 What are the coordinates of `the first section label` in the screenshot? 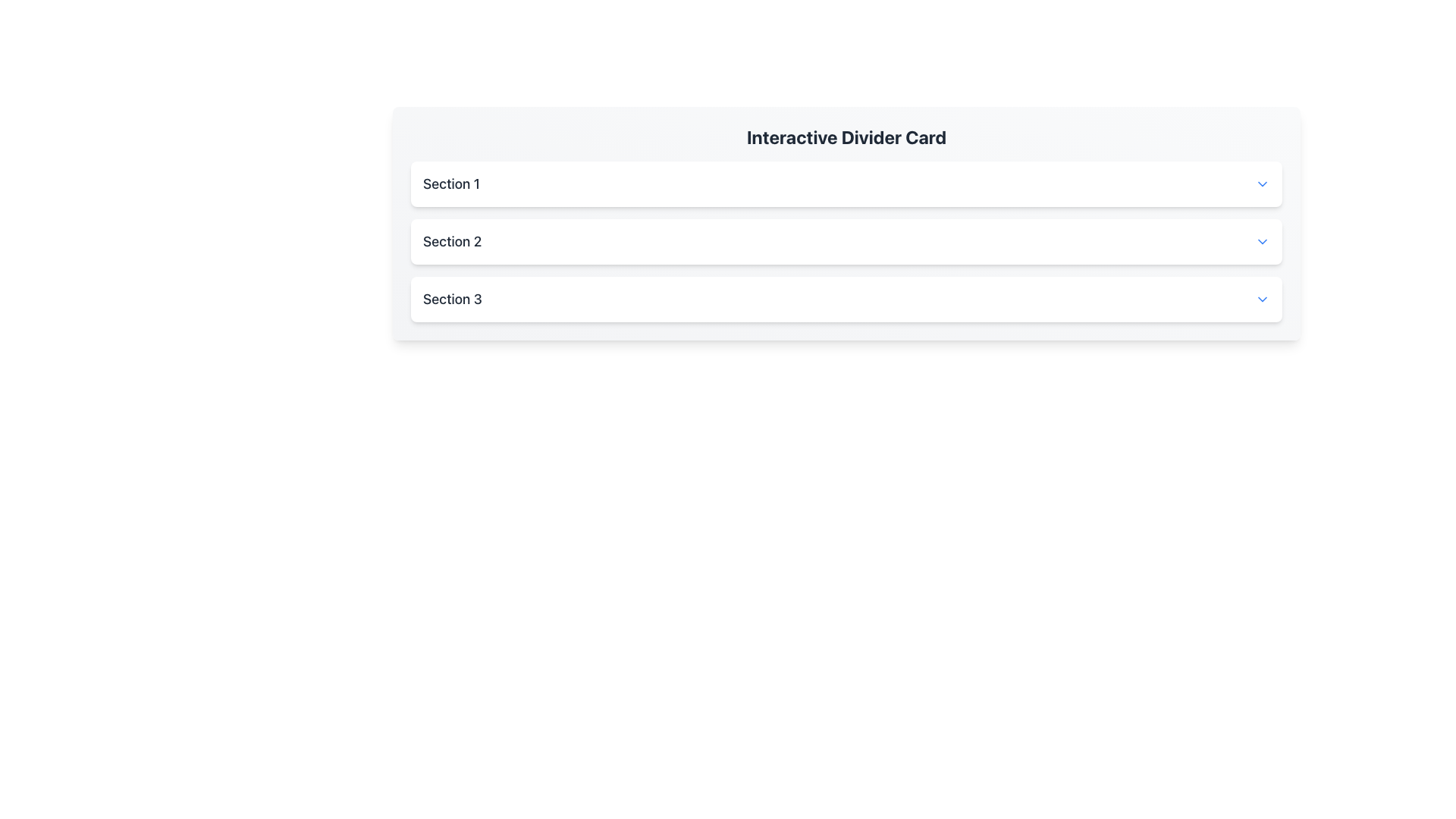 It's located at (450, 184).